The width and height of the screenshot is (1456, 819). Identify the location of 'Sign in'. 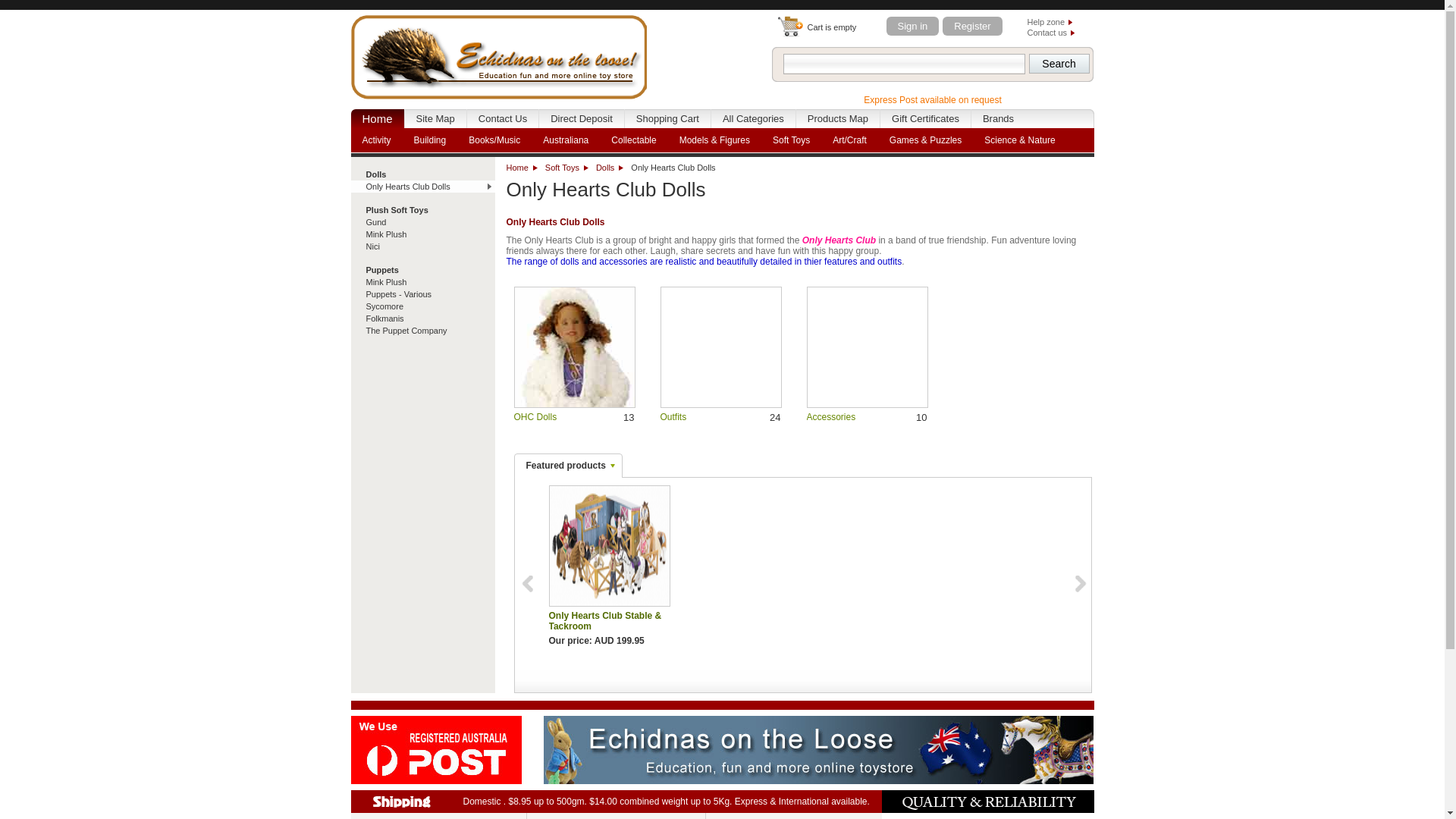
(912, 26).